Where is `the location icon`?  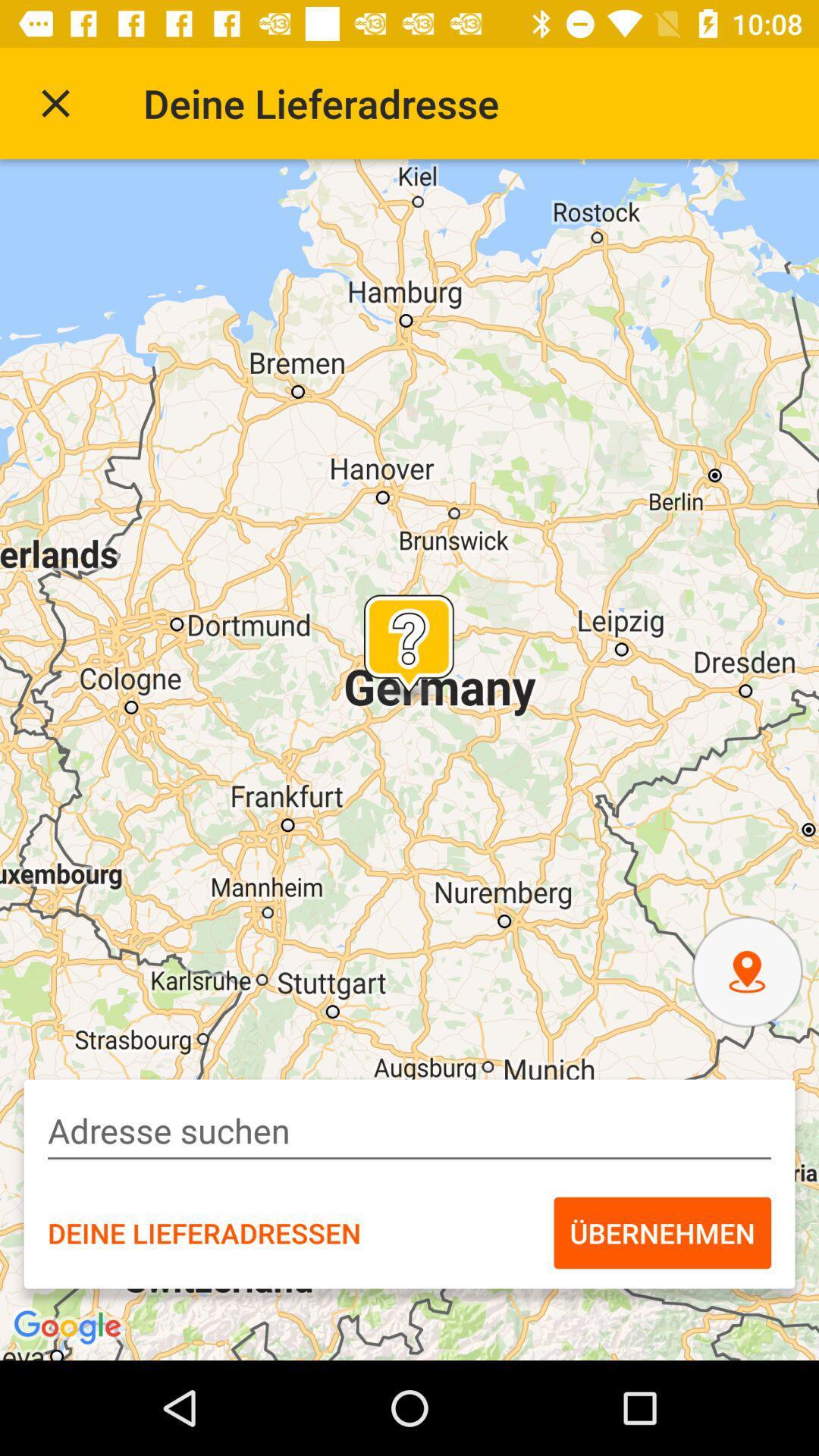 the location icon is located at coordinates (746, 971).